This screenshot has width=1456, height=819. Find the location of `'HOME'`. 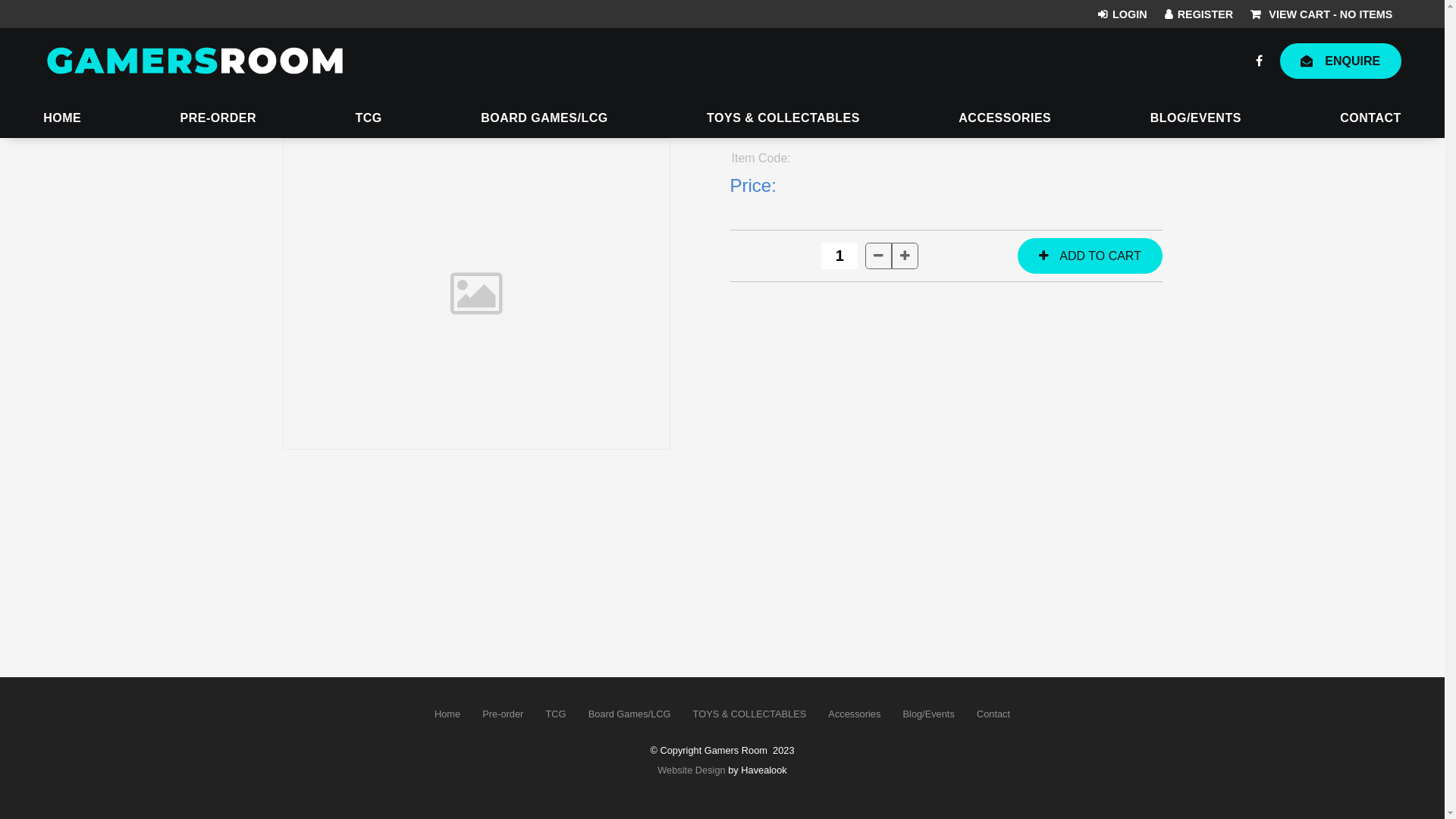

'HOME' is located at coordinates (43, 118).